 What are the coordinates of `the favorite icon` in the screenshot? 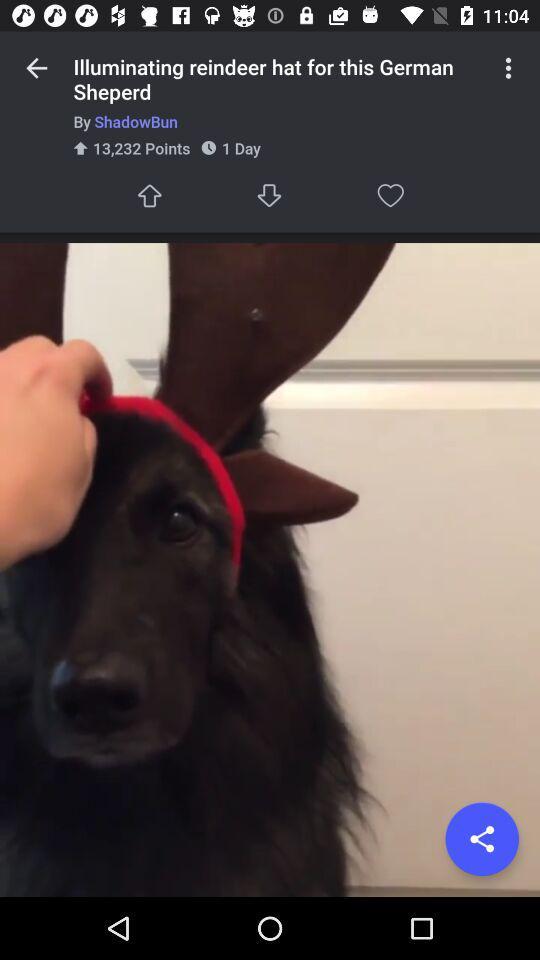 It's located at (390, 195).